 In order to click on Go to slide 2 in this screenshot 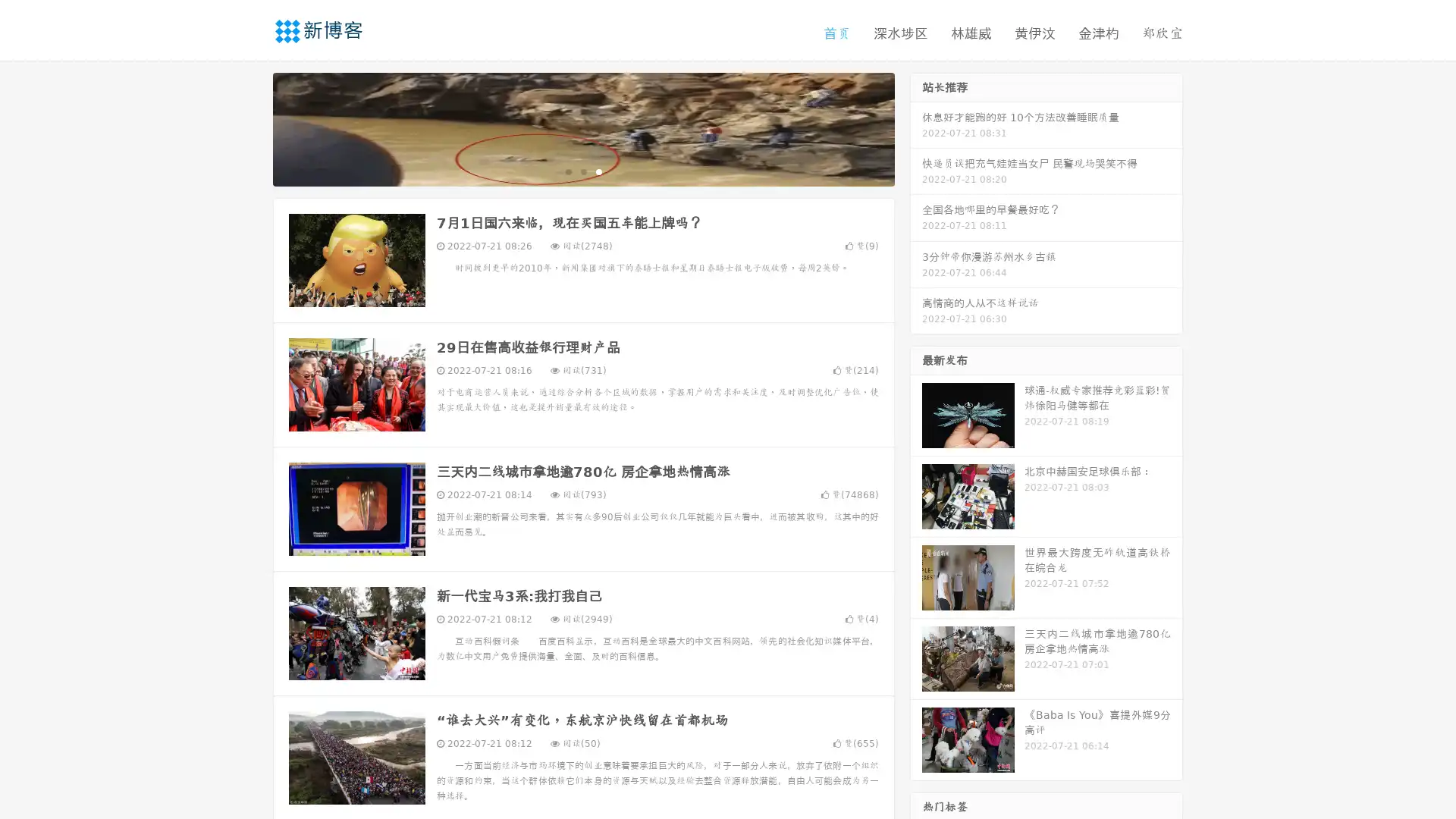, I will do `click(582, 171)`.